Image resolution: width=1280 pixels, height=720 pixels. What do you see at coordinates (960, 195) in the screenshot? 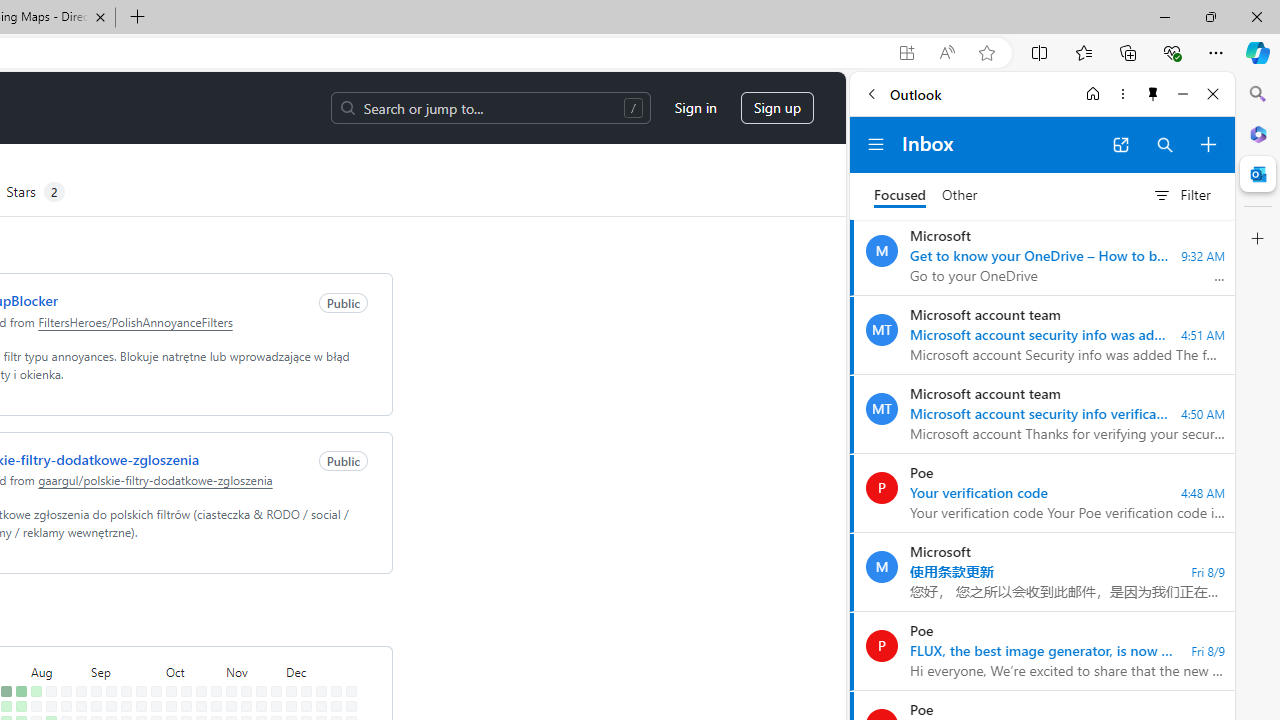
I see `'Other'` at bounding box center [960, 195].